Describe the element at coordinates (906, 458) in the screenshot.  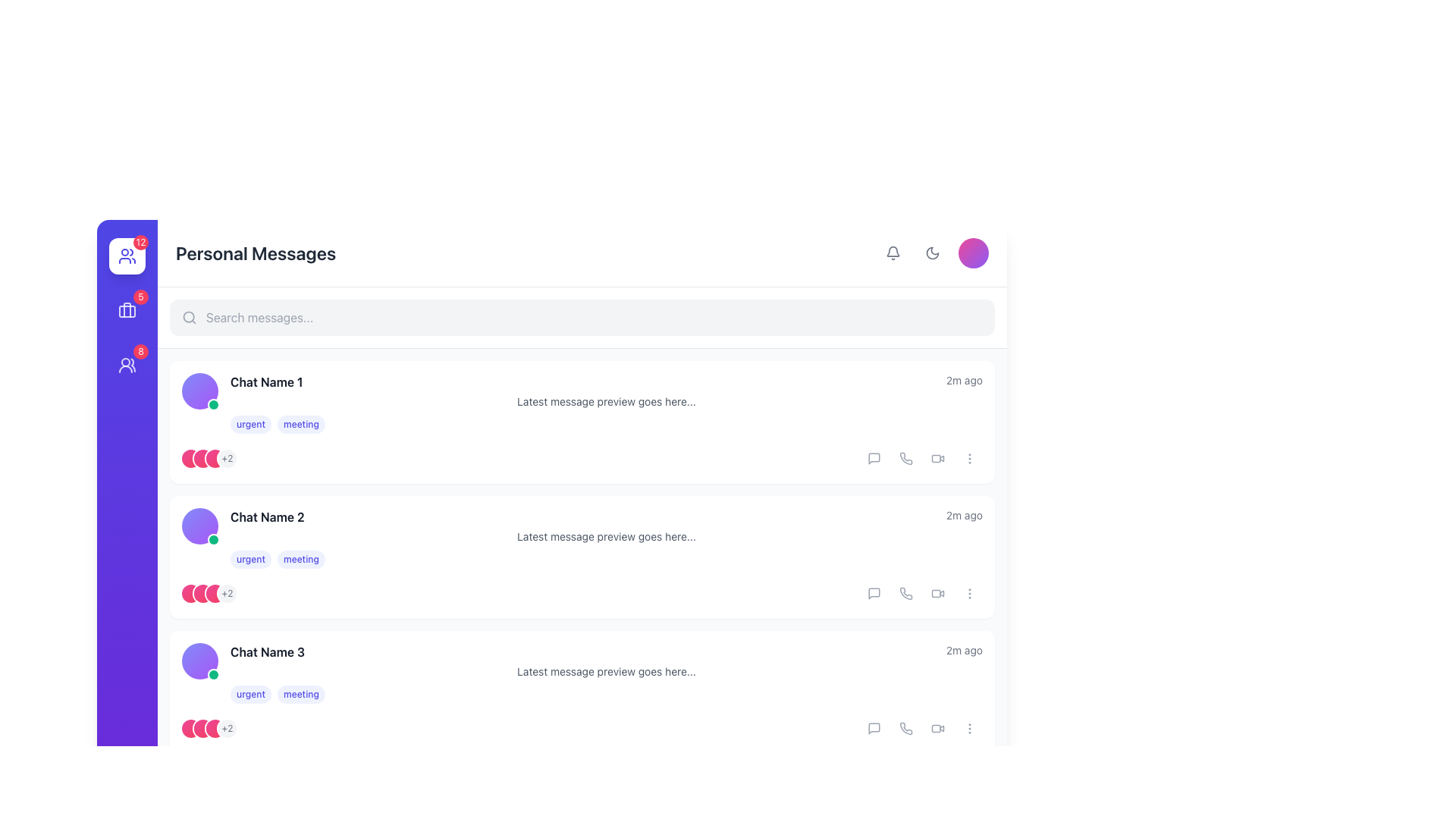
I see `the interactive voice call button, which is the second circular button in a row, located to the right of the speech bubble icon and to the left of the video camera icon` at that location.